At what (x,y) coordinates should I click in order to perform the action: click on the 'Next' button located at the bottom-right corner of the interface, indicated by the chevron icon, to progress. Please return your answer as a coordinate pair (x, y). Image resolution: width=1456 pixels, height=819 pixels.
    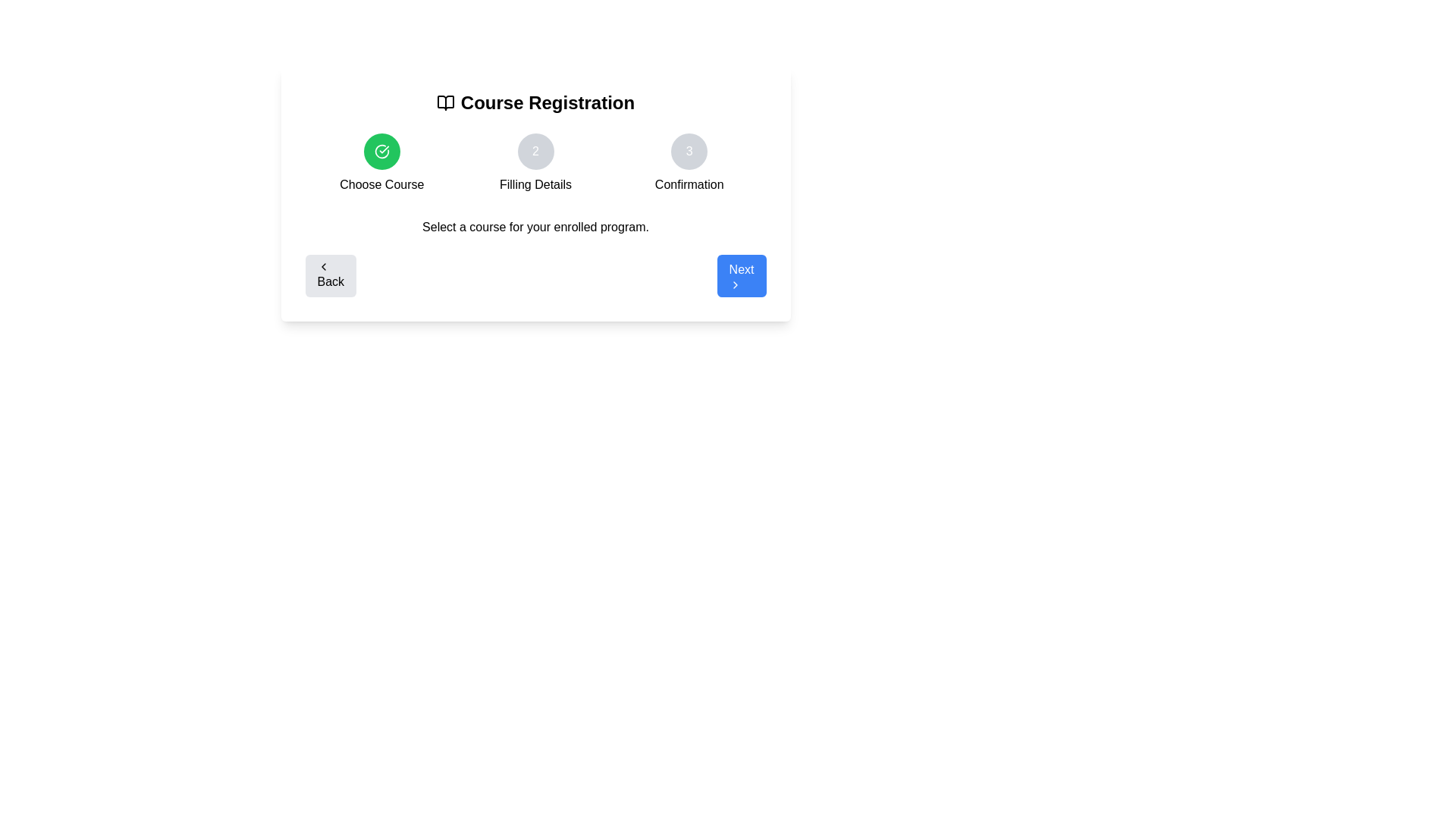
    Looking at the image, I should click on (735, 284).